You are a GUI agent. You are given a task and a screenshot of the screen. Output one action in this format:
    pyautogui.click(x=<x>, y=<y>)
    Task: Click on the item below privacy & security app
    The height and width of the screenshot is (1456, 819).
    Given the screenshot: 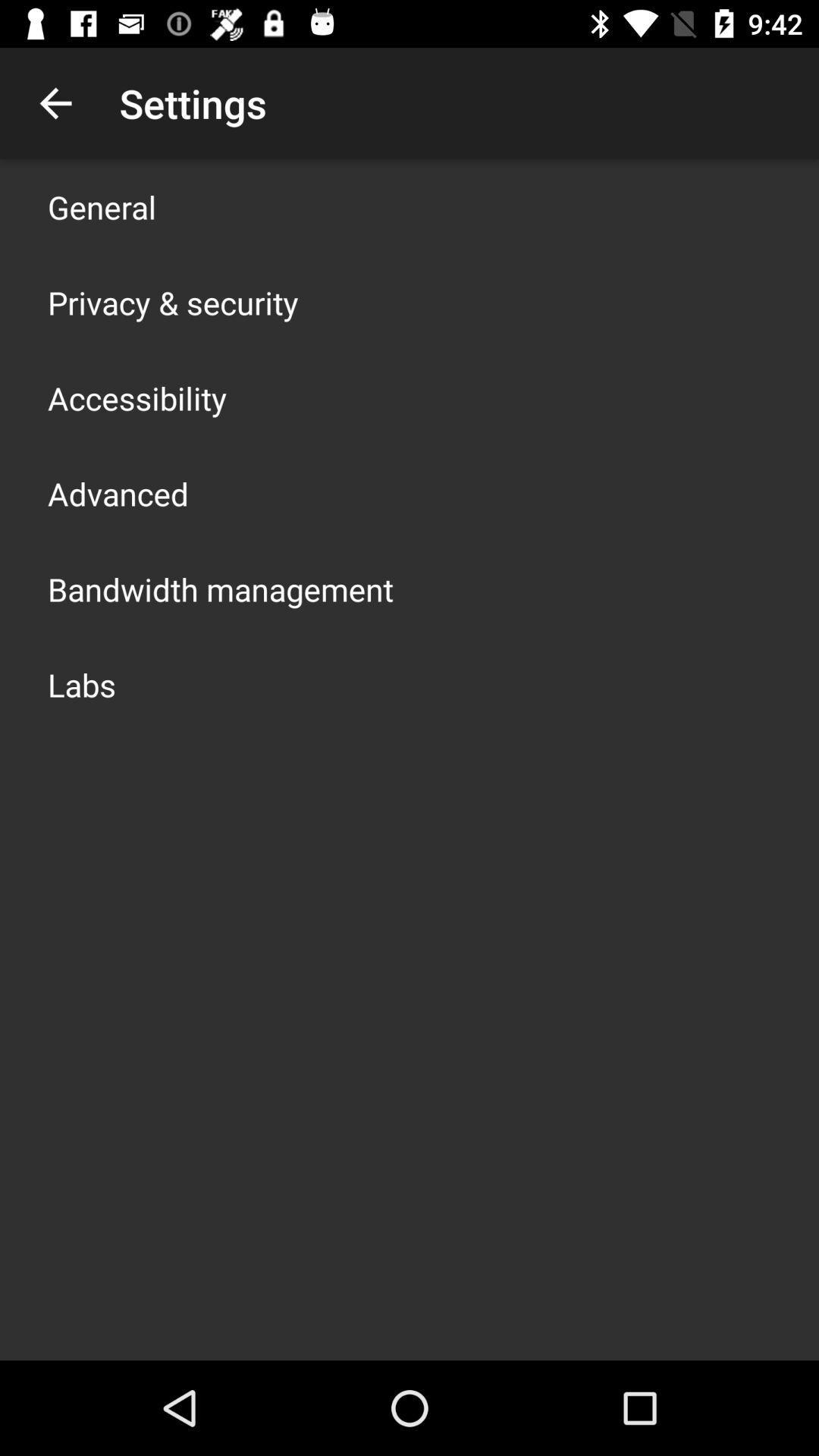 What is the action you would take?
    pyautogui.click(x=137, y=397)
    